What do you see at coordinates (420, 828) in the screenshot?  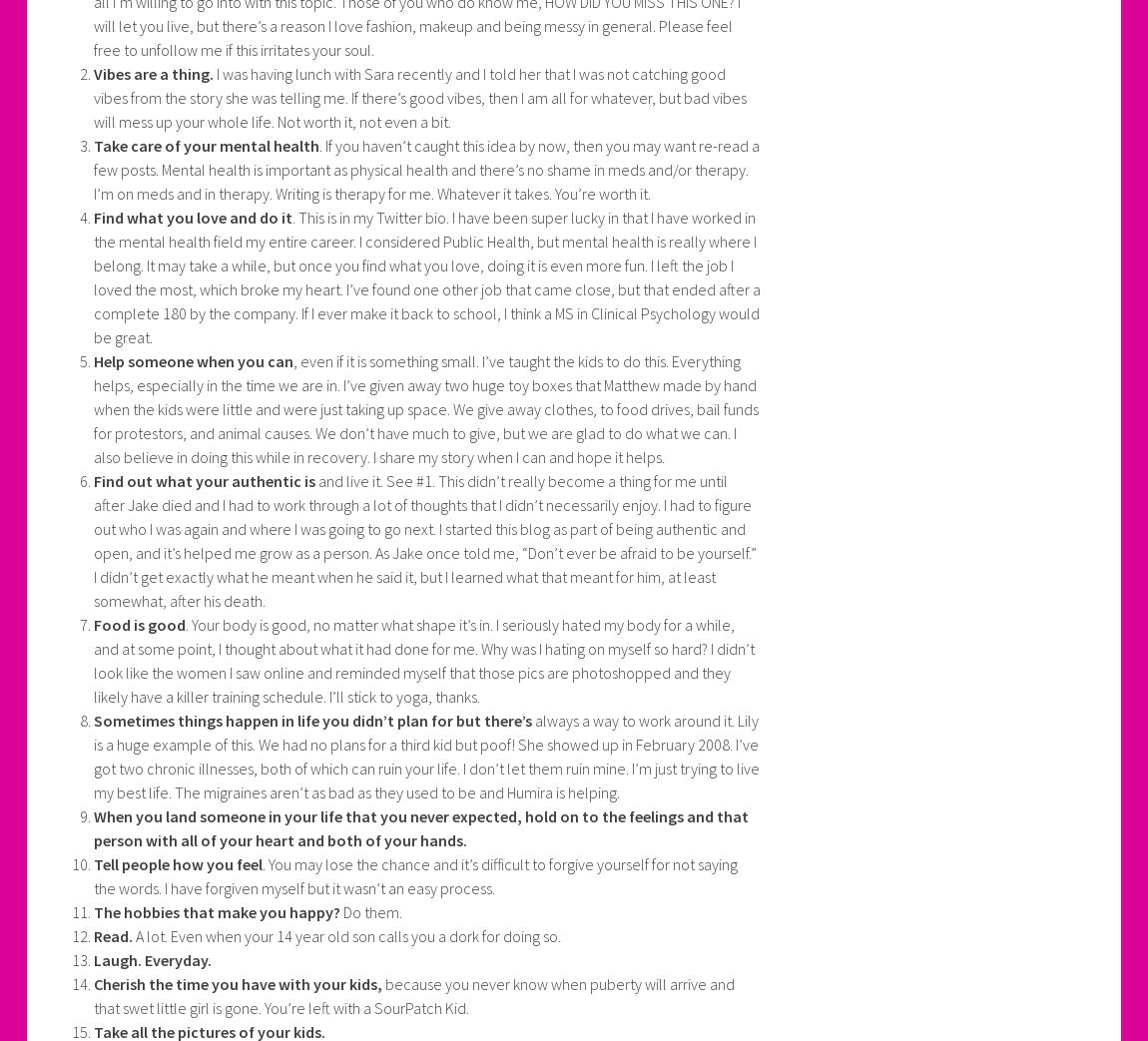 I see `'When you land someone in your life that you never expected, hold on to the feelings and that person with all of your heart and both of your hands.'` at bounding box center [420, 828].